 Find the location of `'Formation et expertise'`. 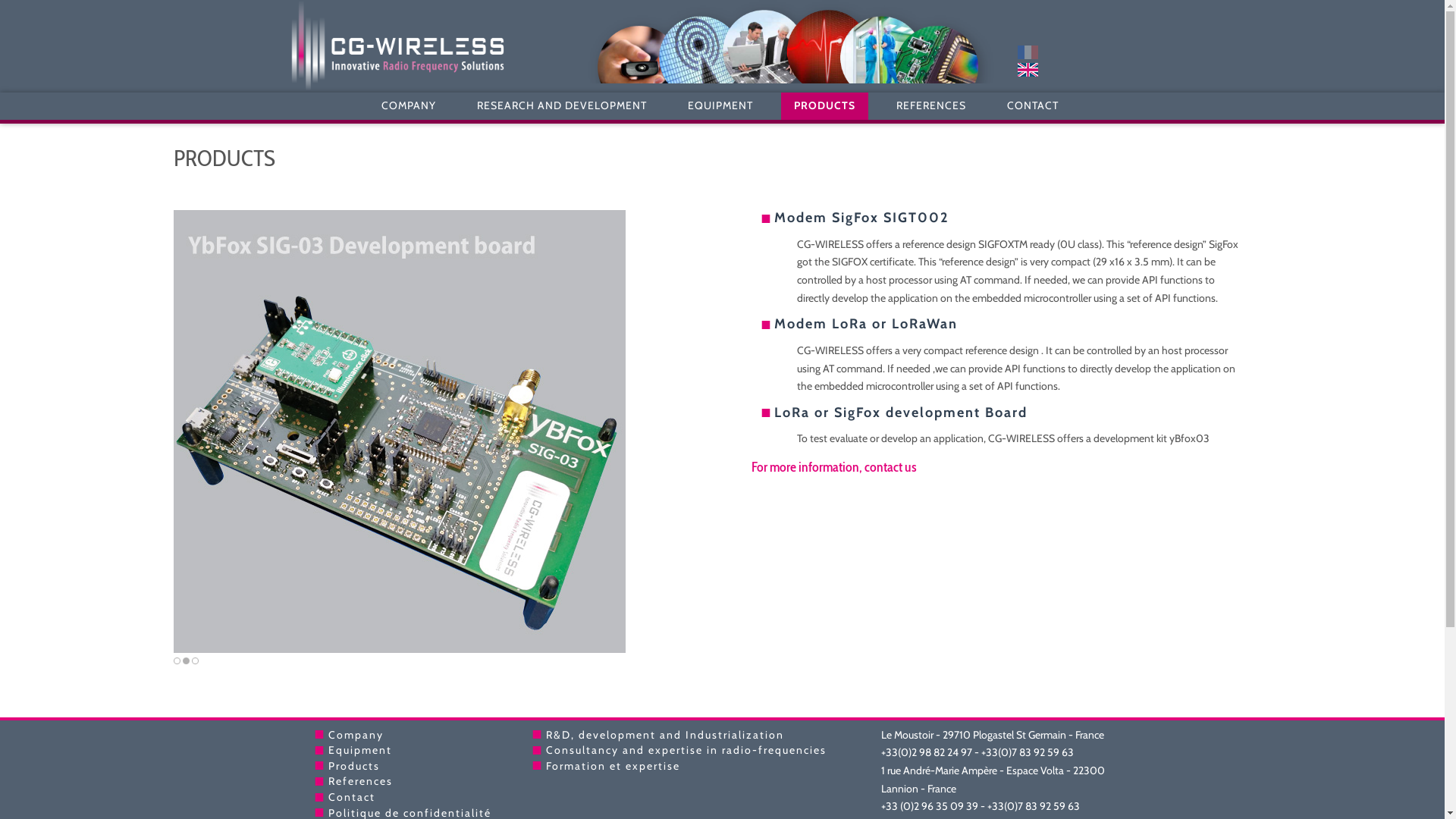

'Formation et expertise' is located at coordinates (613, 766).